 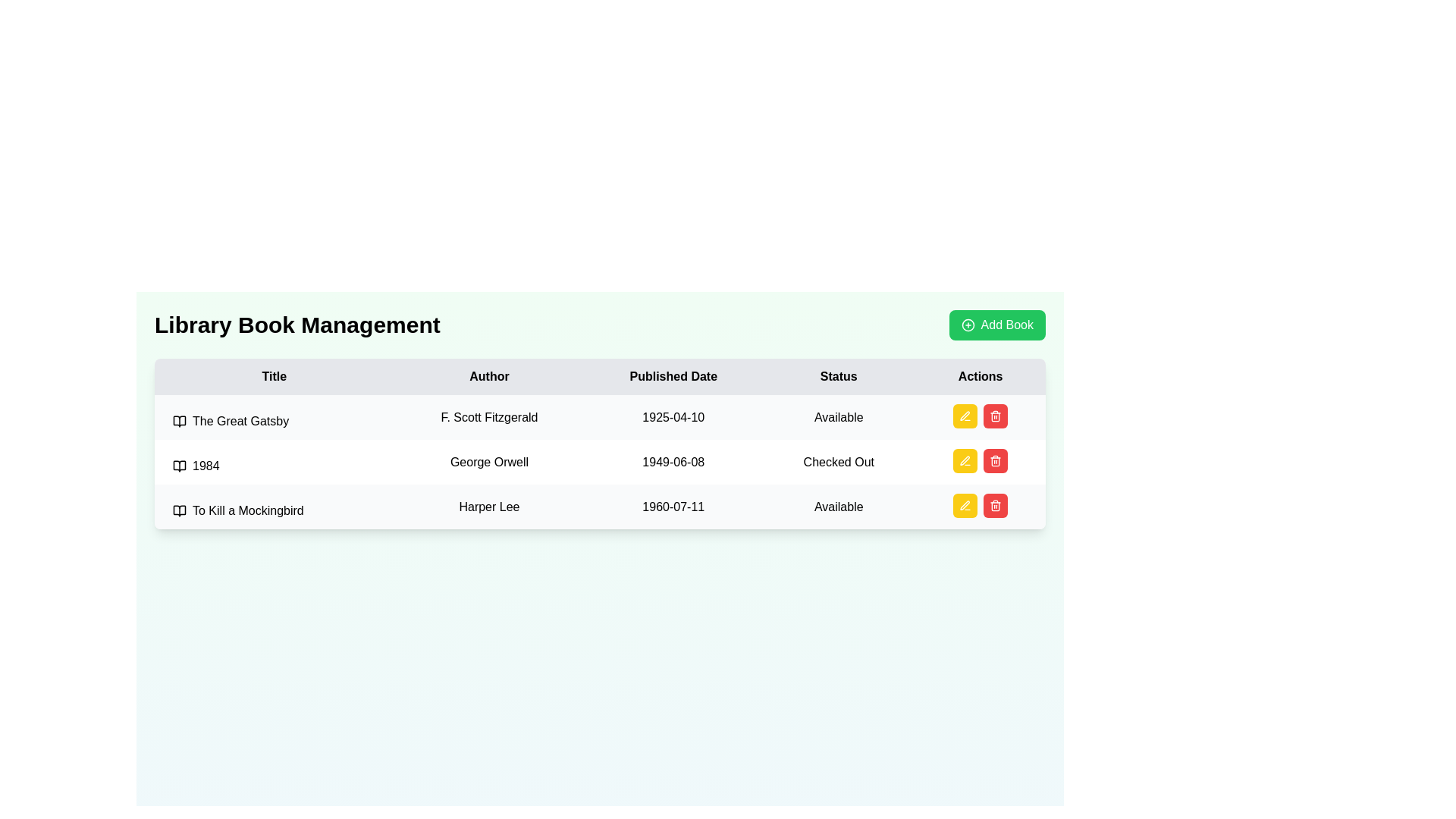 I want to click on the trash can button with a red background located in the 'Actions' column of the third row in the table, so click(x=996, y=416).